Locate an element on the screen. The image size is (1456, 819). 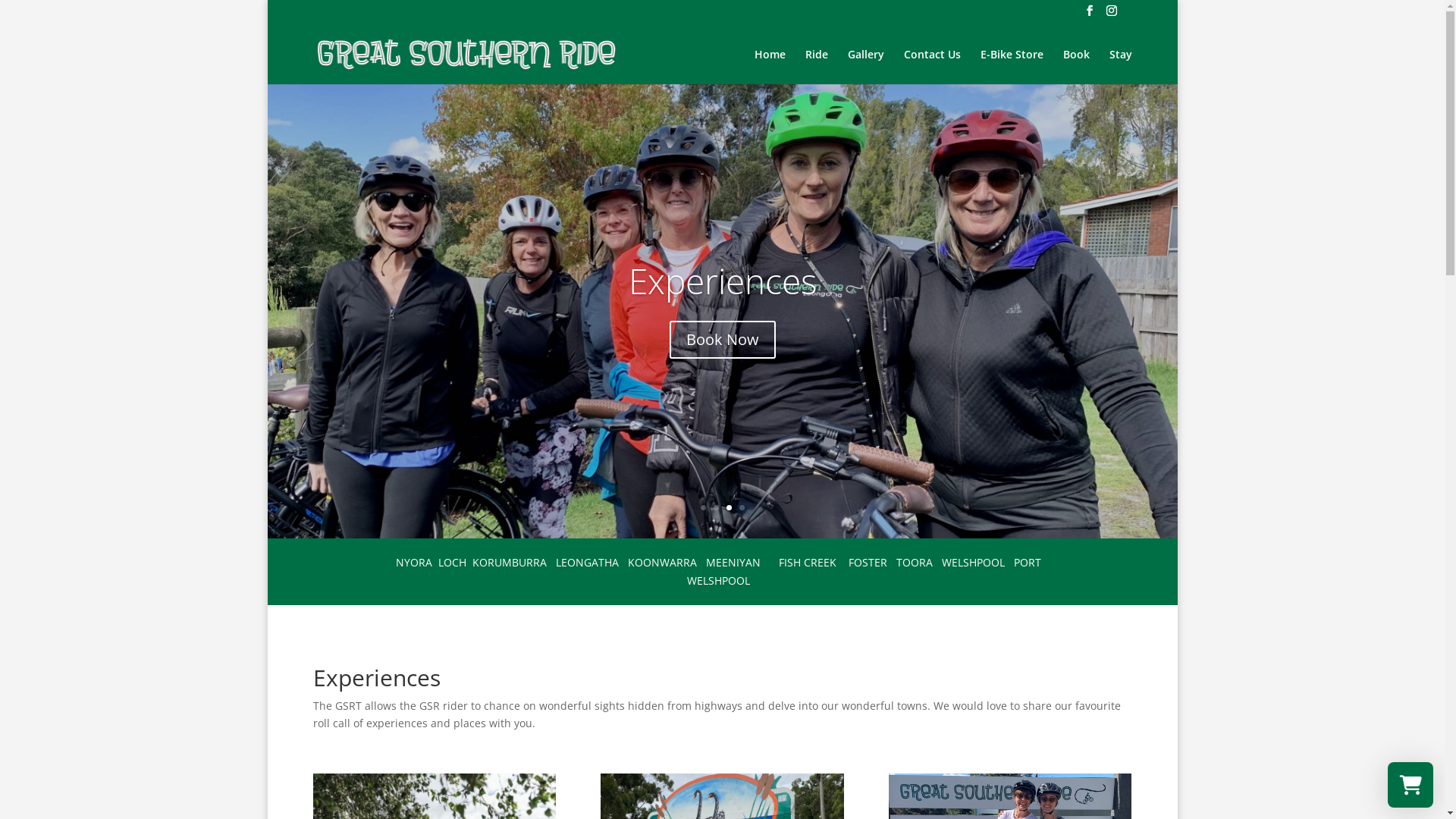
'Home' is located at coordinates (753, 65).